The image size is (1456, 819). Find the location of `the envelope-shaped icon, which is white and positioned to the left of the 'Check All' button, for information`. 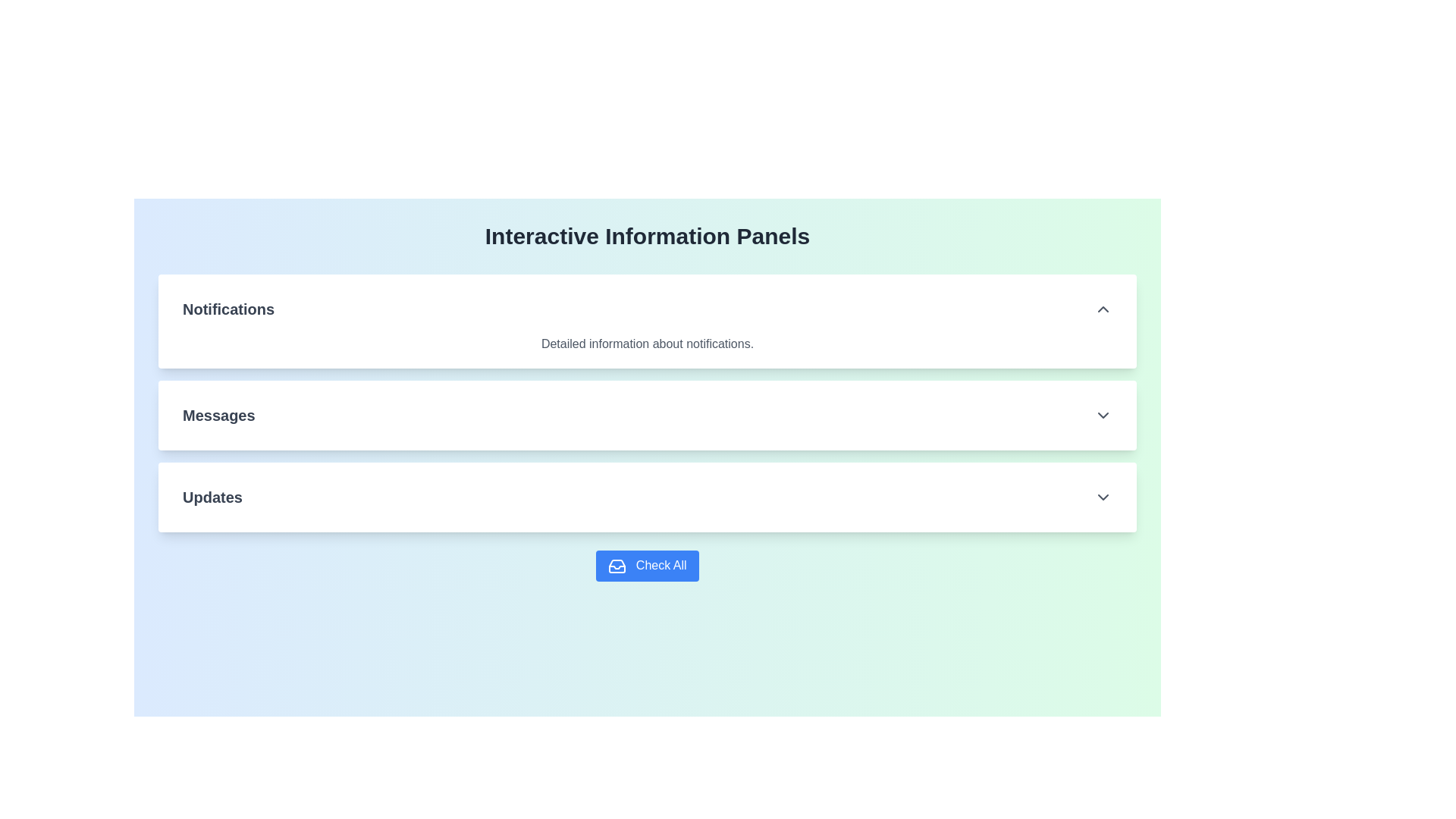

the envelope-shaped icon, which is white and positioned to the left of the 'Check All' button, for information is located at coordinates (617, 566).